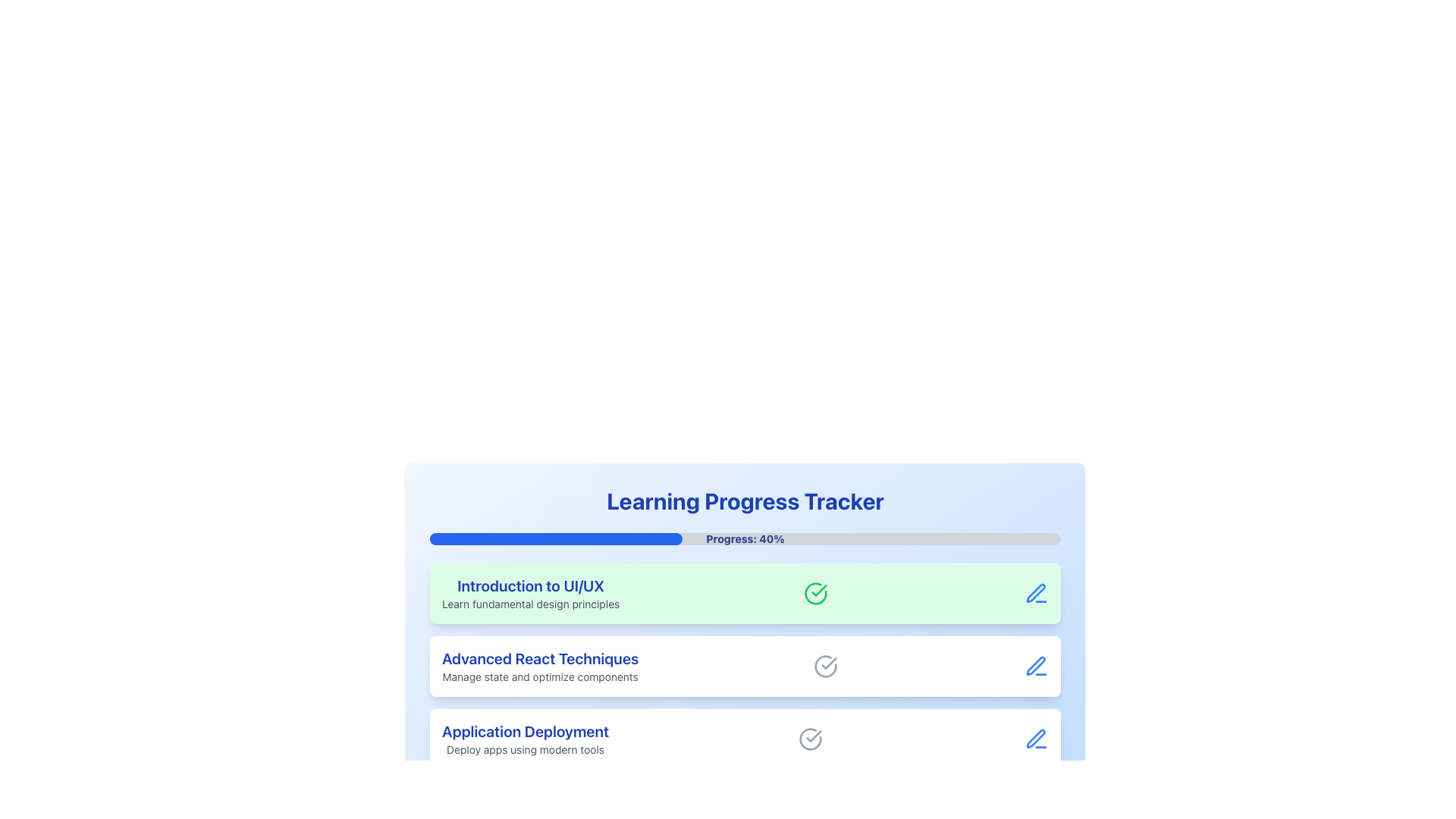 The height and width of the screenshot is (819, 1456). Describe the element at coordinates (555, 538) in the screenshot. I see `the blue progress indicator bar, which is a rounded rectangular element occupying approximately 40% of the width of a light-gray progress bar, located below the title 'Learning Progress Tracker'` at that location.